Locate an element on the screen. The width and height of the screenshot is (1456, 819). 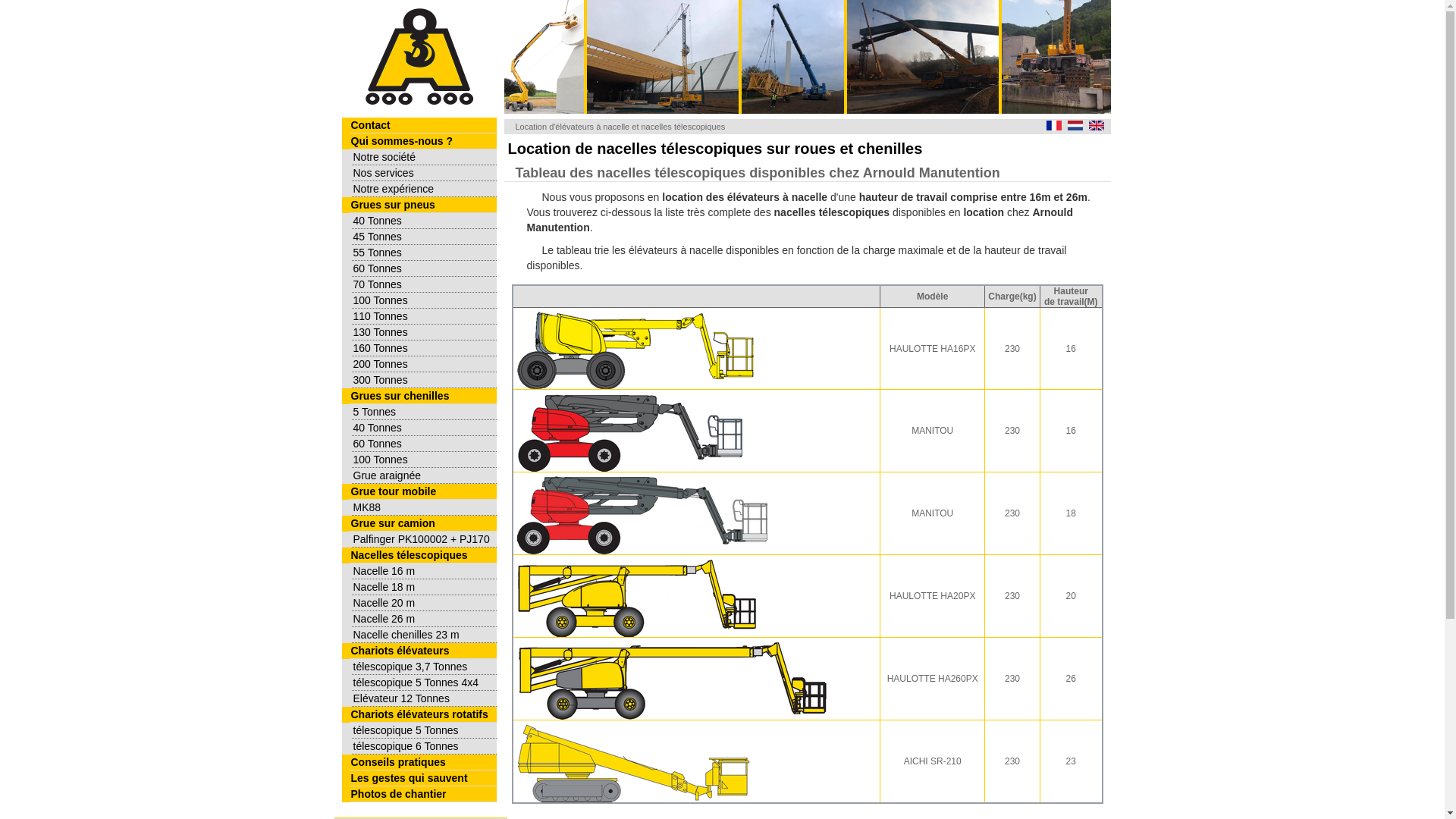
'300 Tonnes' is located at coordinates (424, 379).